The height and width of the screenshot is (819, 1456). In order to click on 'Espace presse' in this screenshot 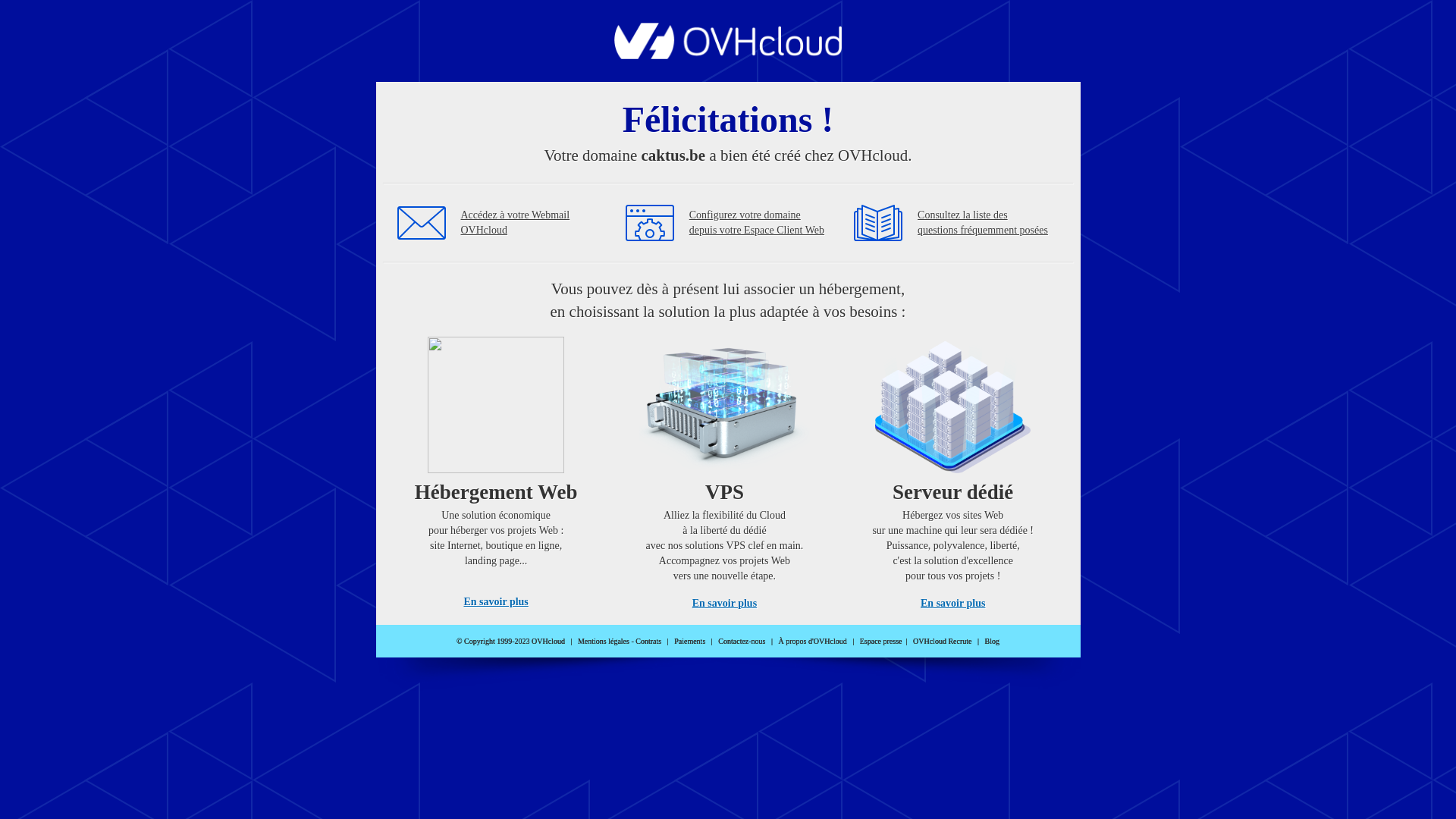, I will do `click(880, 641)`.